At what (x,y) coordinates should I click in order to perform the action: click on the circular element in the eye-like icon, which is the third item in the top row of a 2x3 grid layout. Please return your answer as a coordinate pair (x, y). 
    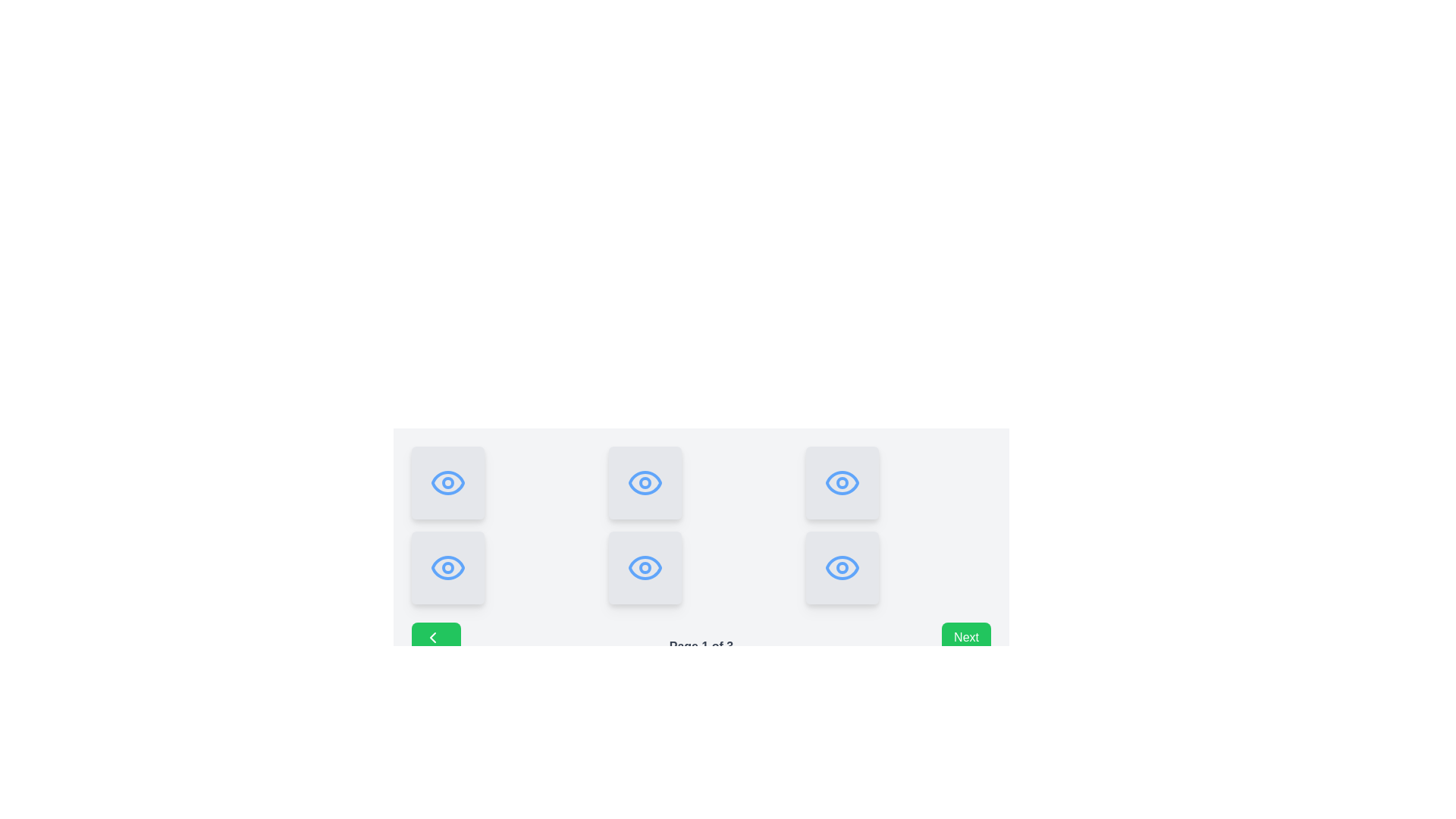
    Looking at the image, I should click on (841, 482).